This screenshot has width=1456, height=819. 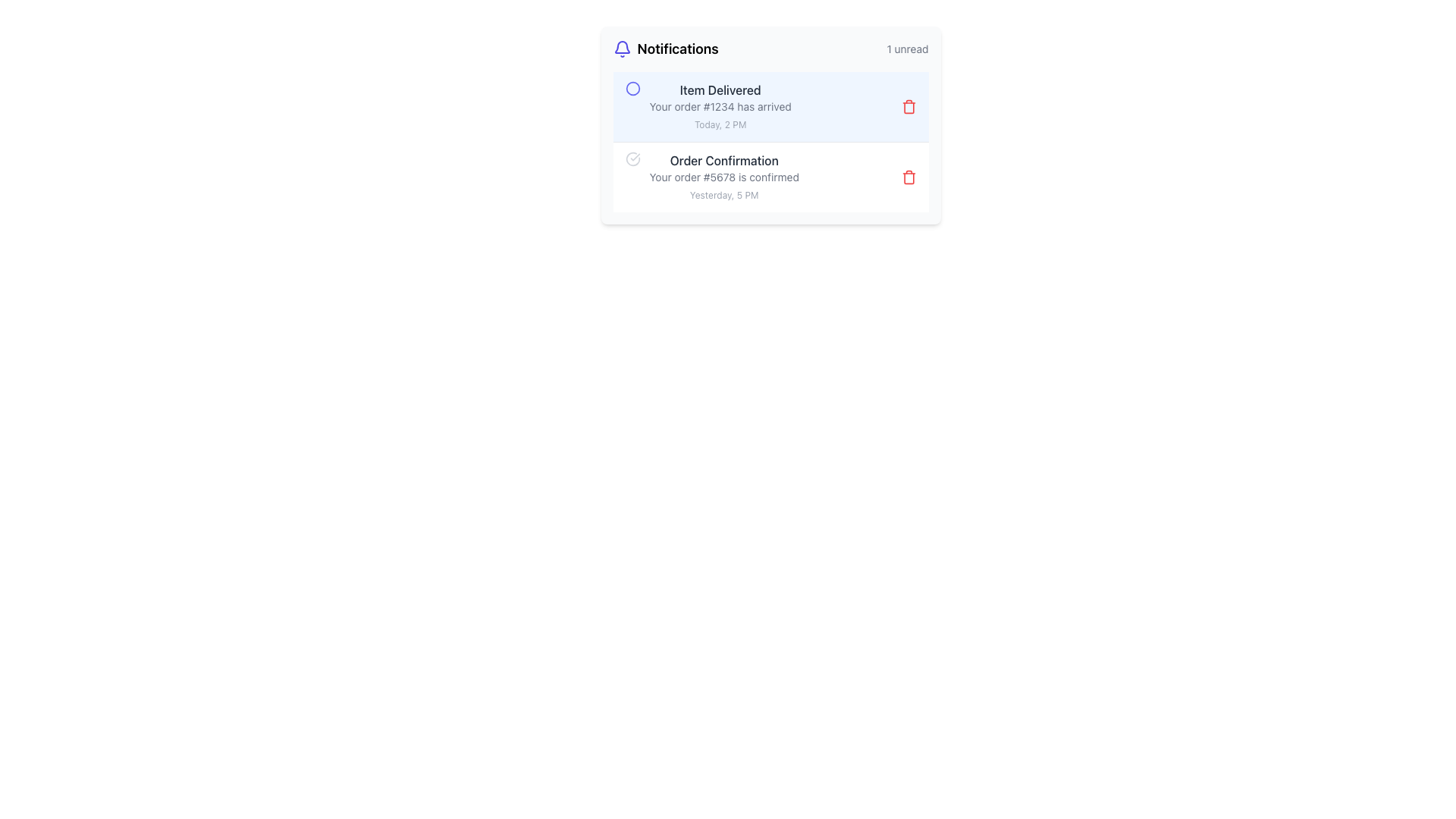 What do you see at coordinates (720, 90) in the screenshot?
I see `text of the notification title labeled 'Item Delivered', which is positioned at the top of the notification list` at bounding box center [720, 90].